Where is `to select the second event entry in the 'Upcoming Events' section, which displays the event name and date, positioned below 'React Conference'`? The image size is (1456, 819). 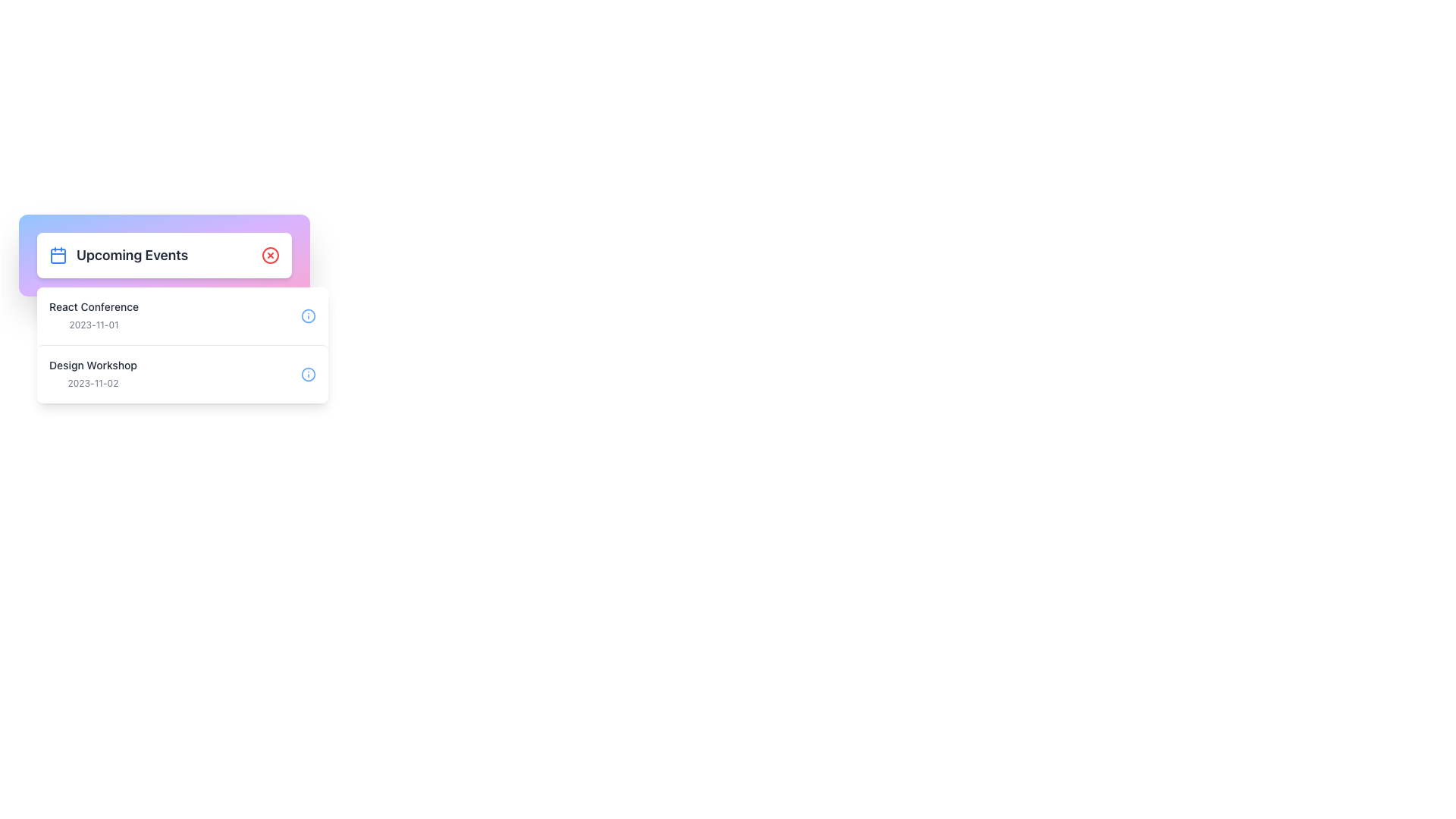 to select the second event entry in the 'Upcoming Events' section, which displays the event name and date, positioned below 'React Conference' is located at coordinates (92, 374).